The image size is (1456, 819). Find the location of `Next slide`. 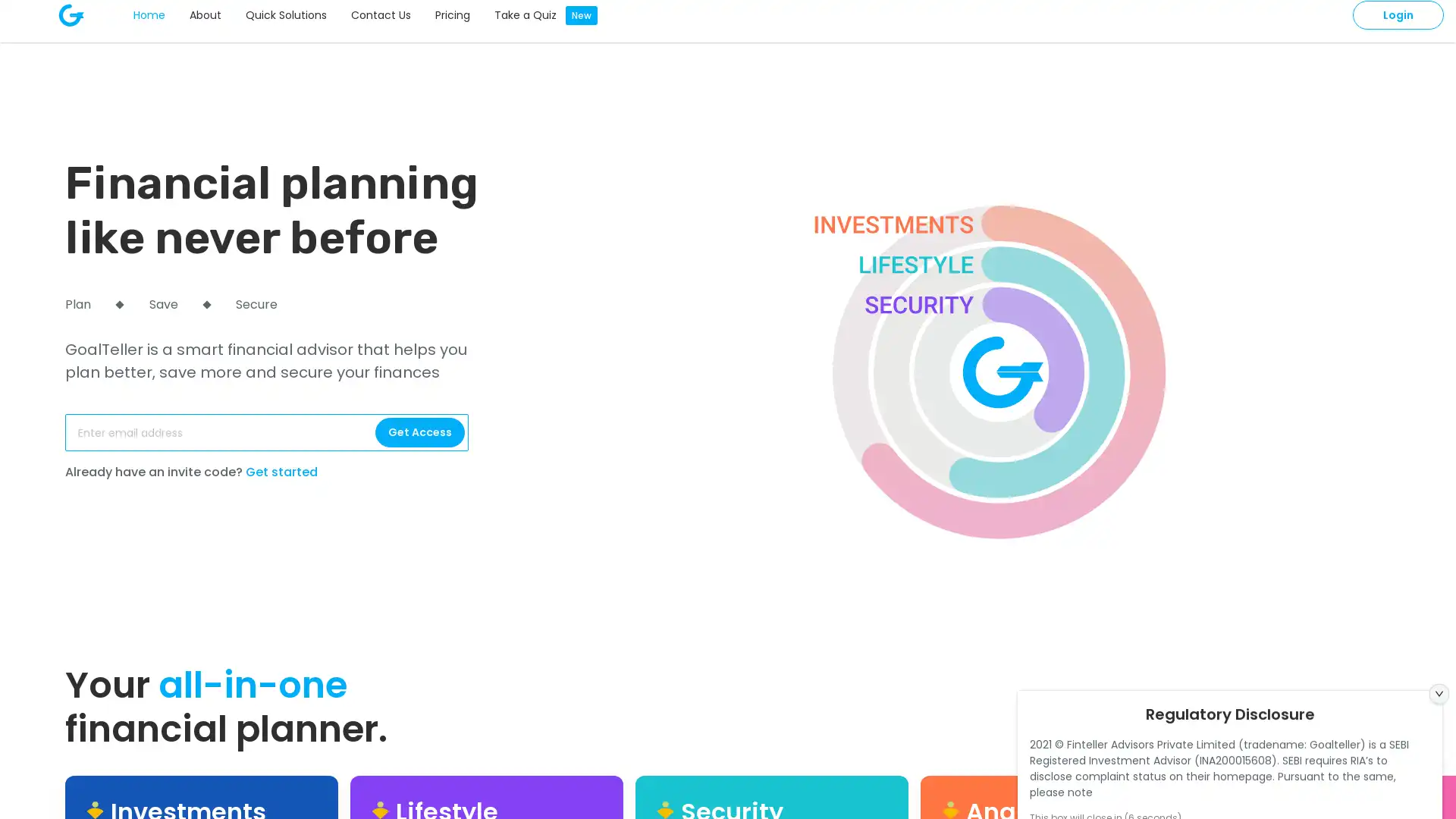

Next slide is located at coordinates (1437, 754).